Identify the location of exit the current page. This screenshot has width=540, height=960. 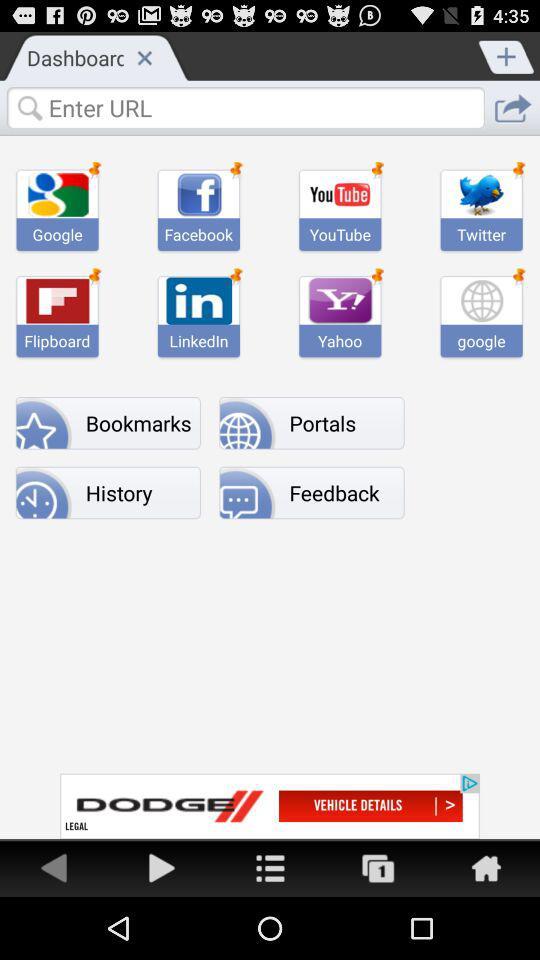
(143, 56).